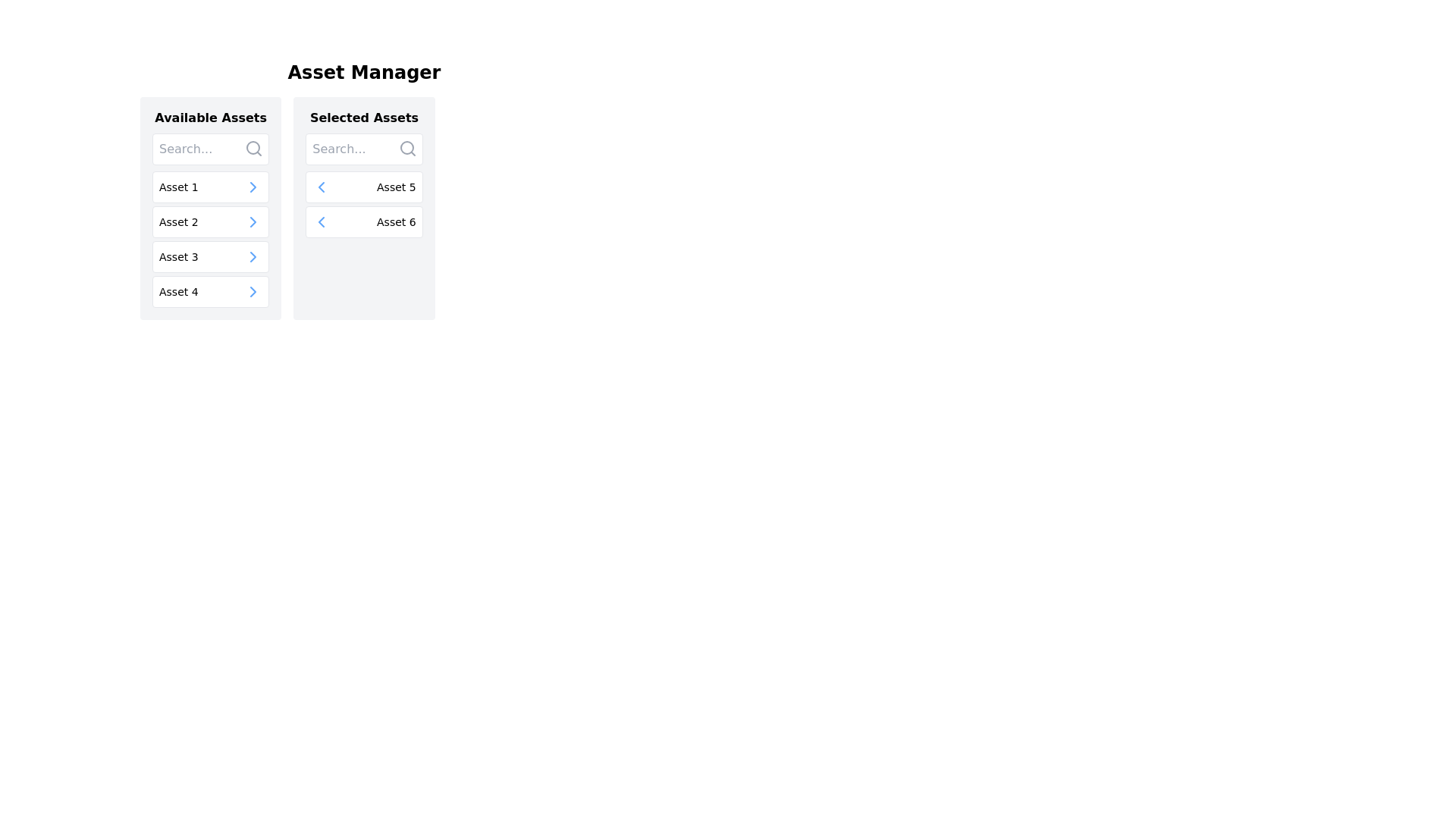  I want to click on the chevron button corresponding to 'Asset 4', so click(253, 292).